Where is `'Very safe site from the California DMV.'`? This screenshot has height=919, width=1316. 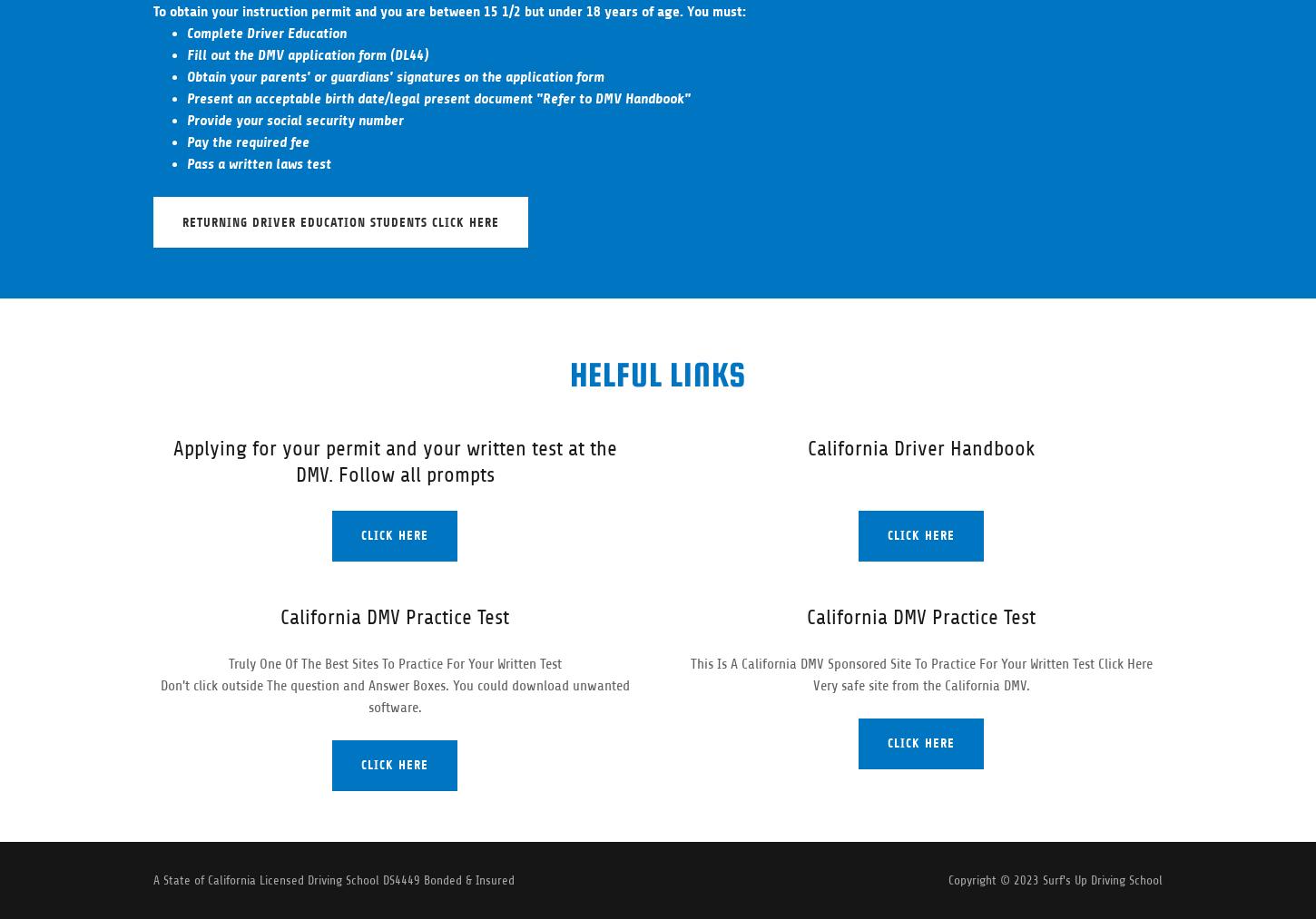
'Very safe site from the California DMV.' is located at coordinates (920, 684).